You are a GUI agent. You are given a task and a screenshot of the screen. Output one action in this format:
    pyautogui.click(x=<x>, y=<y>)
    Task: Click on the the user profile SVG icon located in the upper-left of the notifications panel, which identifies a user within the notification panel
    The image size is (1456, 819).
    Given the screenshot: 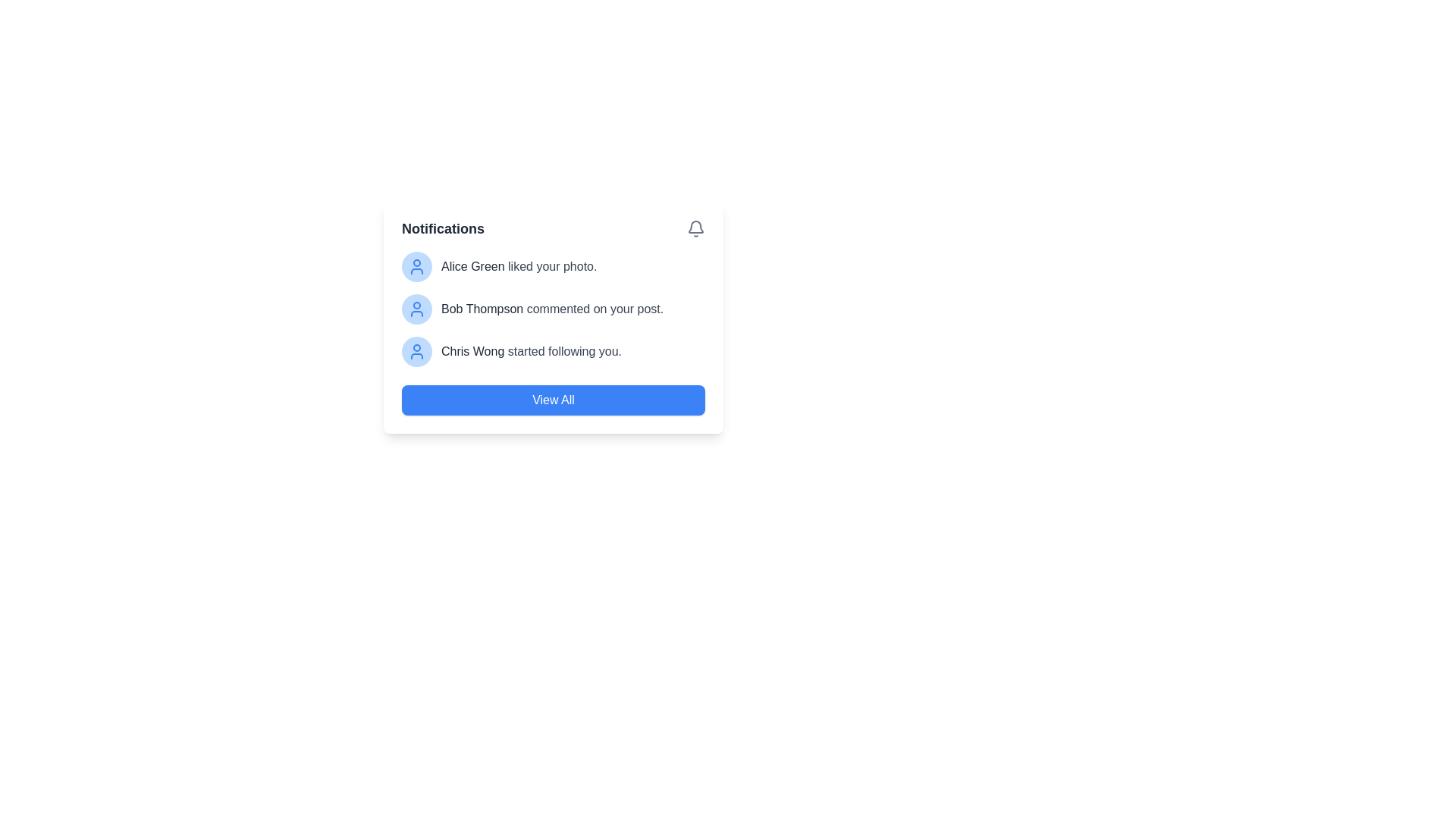 What is the action you would take?
    pyautogui.click(x=417, y=309)
    